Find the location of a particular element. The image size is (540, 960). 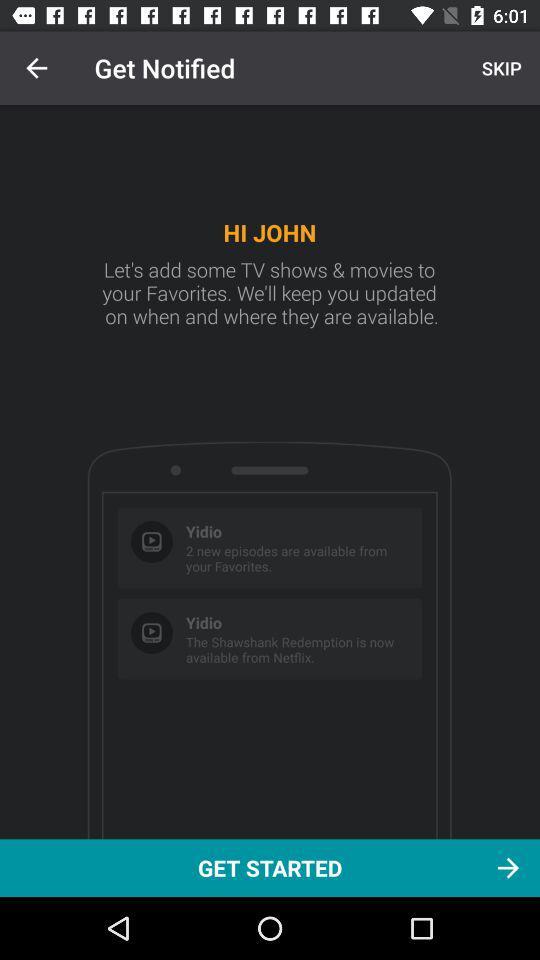

skip at the top right corner is located at coordinates (498, 68).